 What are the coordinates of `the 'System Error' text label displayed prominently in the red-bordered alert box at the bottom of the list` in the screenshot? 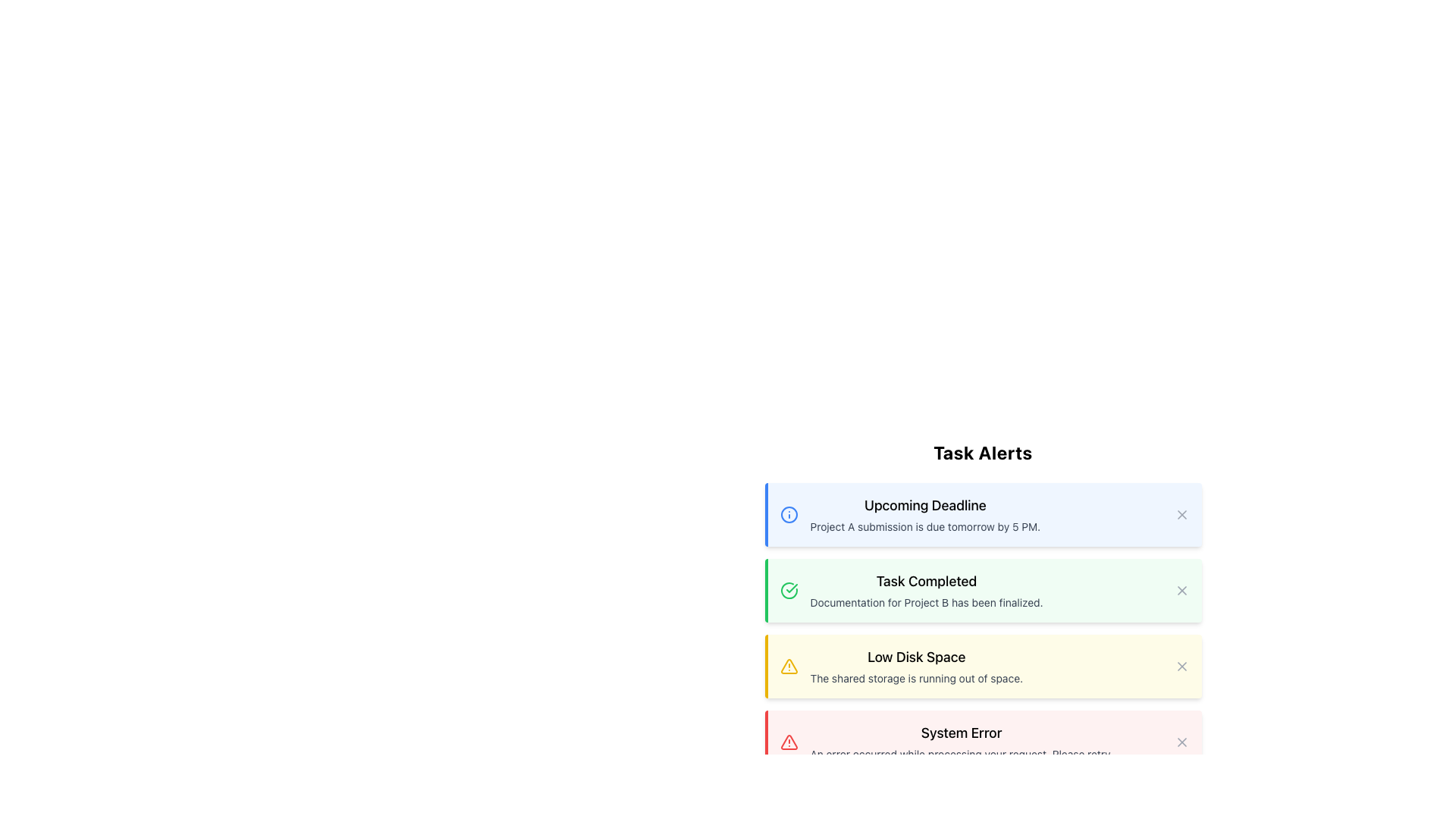 It's located at (960, 733).